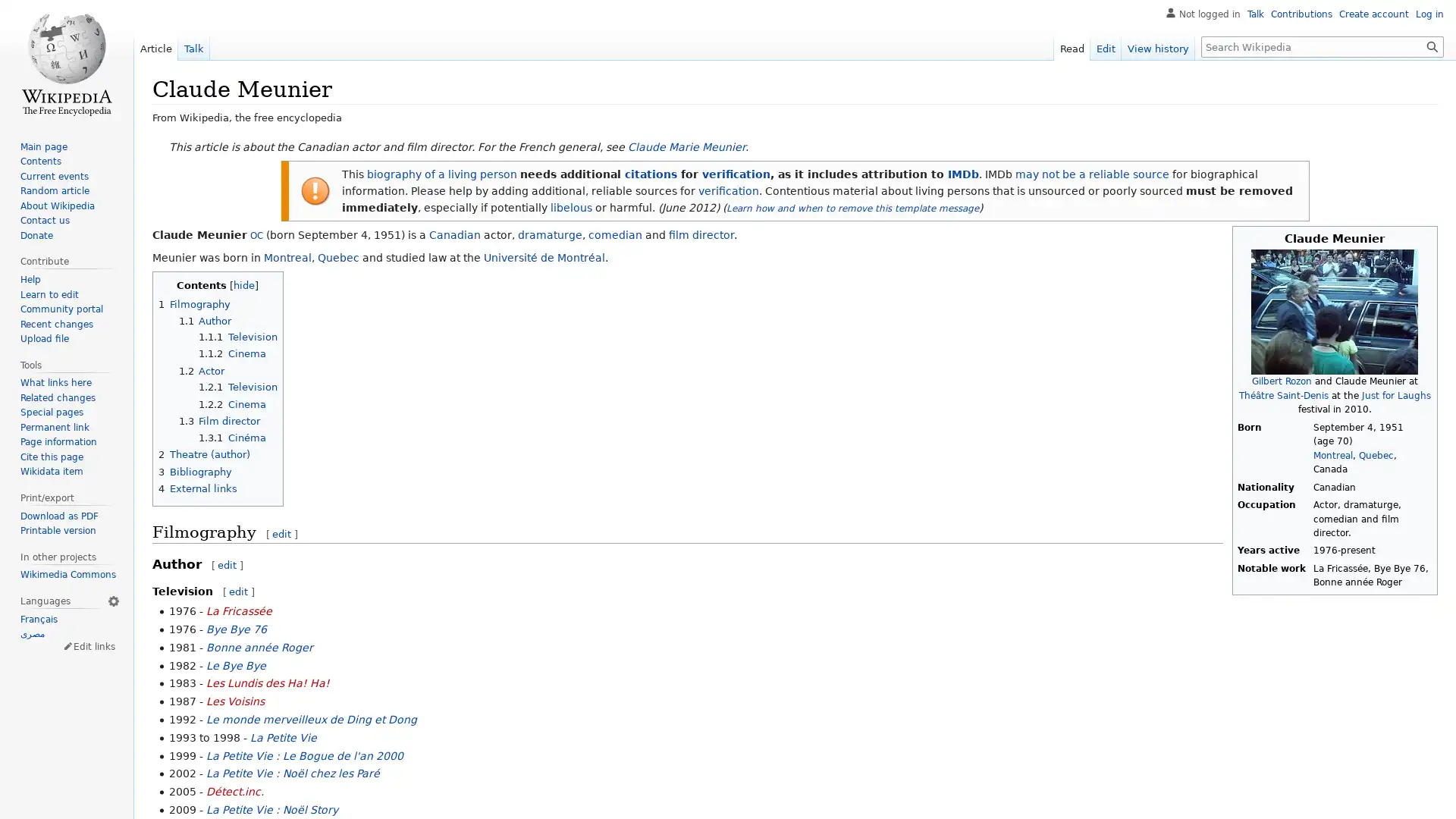  I want to click on Language settings, so click(112, 599).